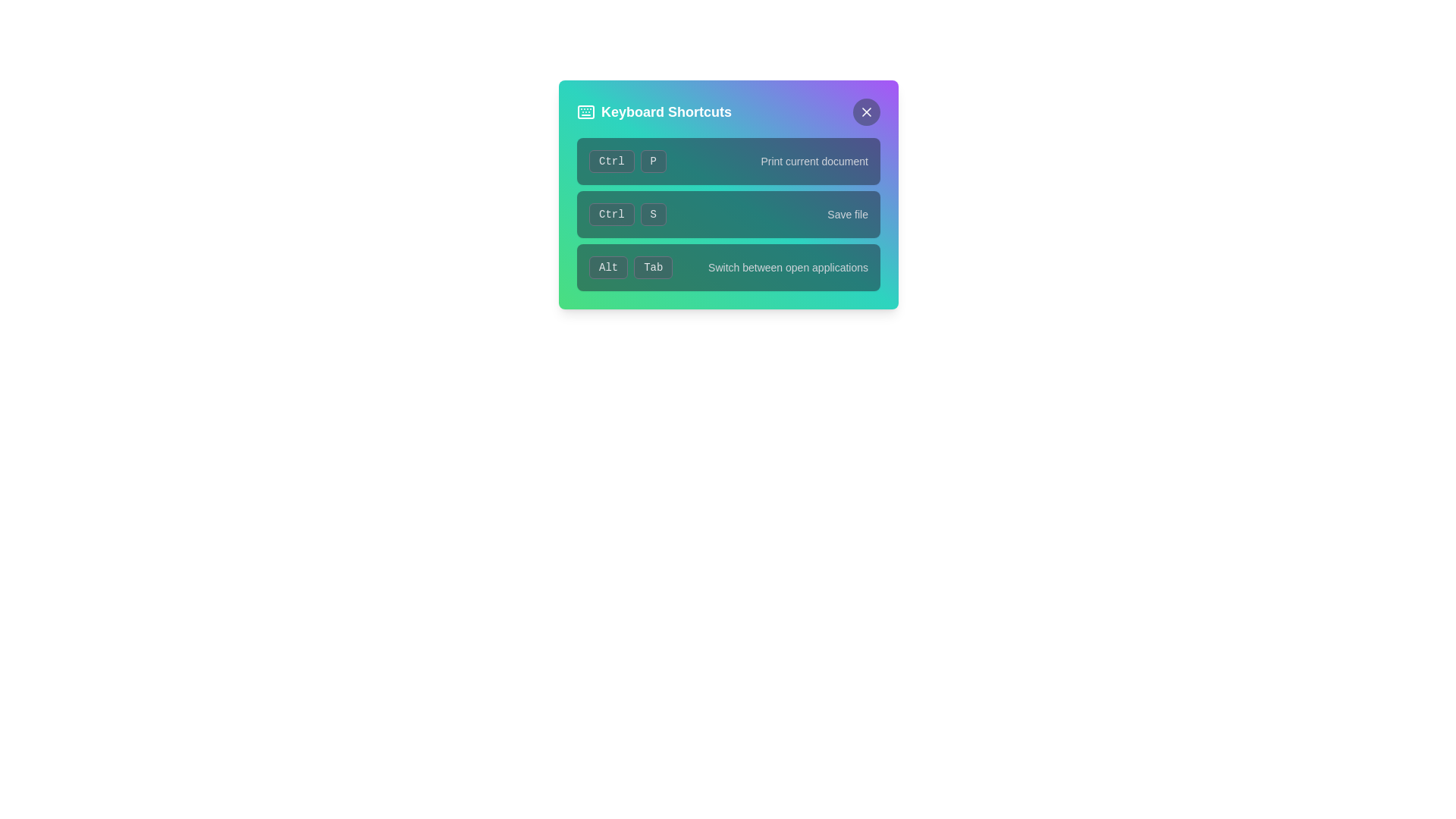  Describe the element at coordinates (611, 161) in the screenshot. I see `the 'Ctrl' keyboard key label button, which is a rectangular button with a rounded border, located in the top input row of the 'Keyboard Shortcuts' modal` at that location.